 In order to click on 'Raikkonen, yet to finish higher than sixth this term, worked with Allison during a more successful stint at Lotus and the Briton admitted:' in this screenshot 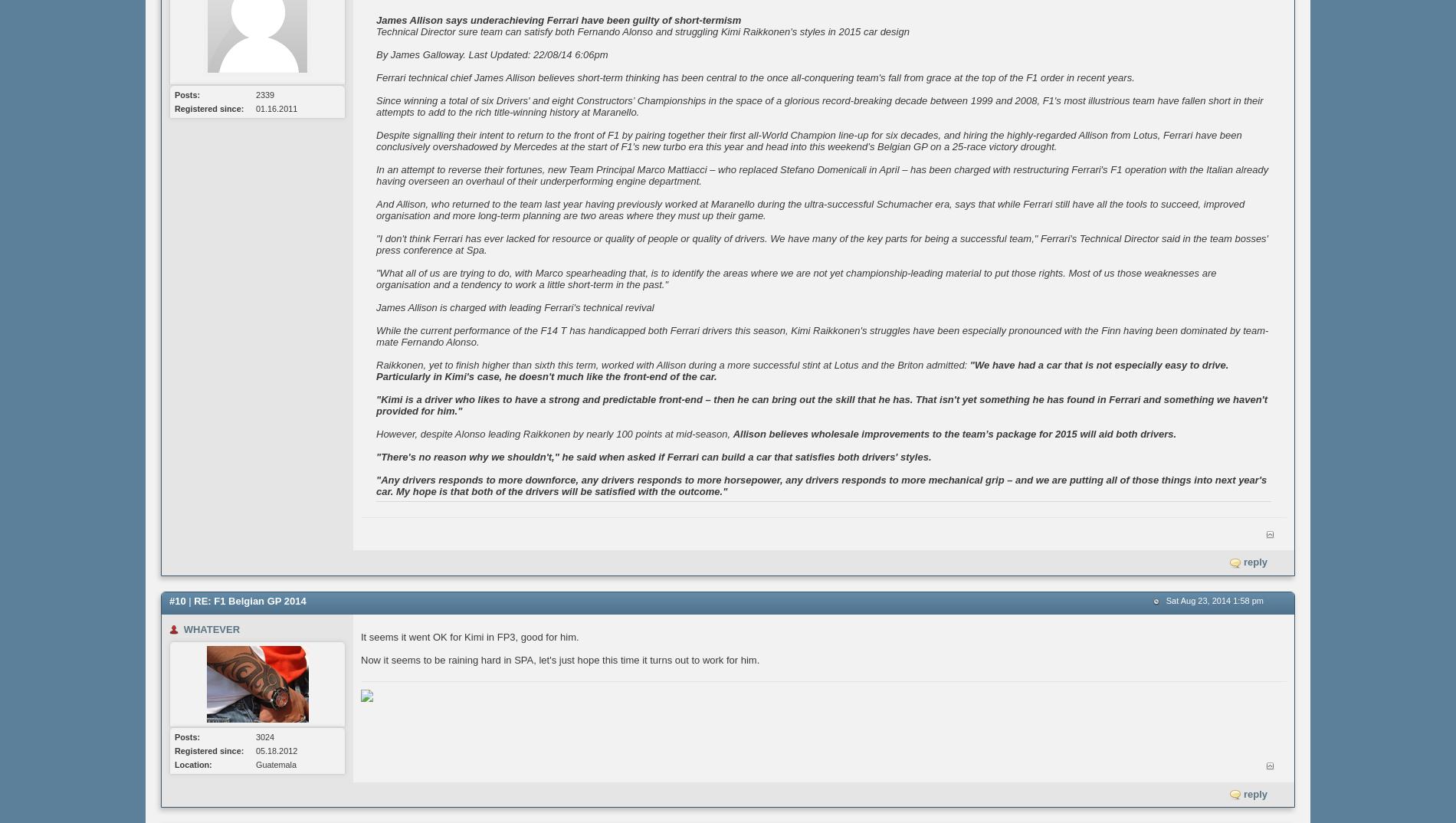, I will do `click(671, 364)`.